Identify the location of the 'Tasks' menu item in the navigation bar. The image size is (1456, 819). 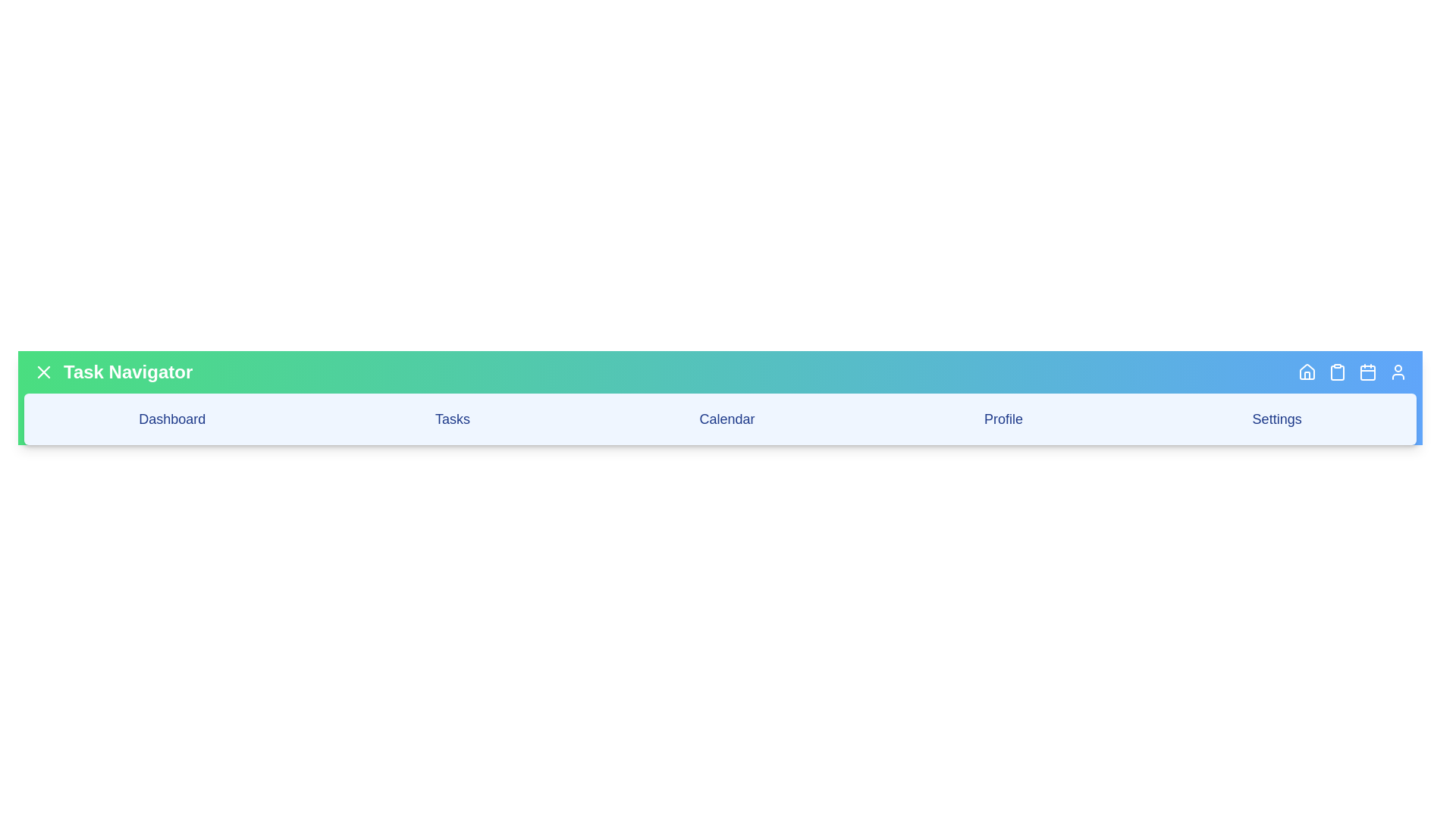
(451, 419).